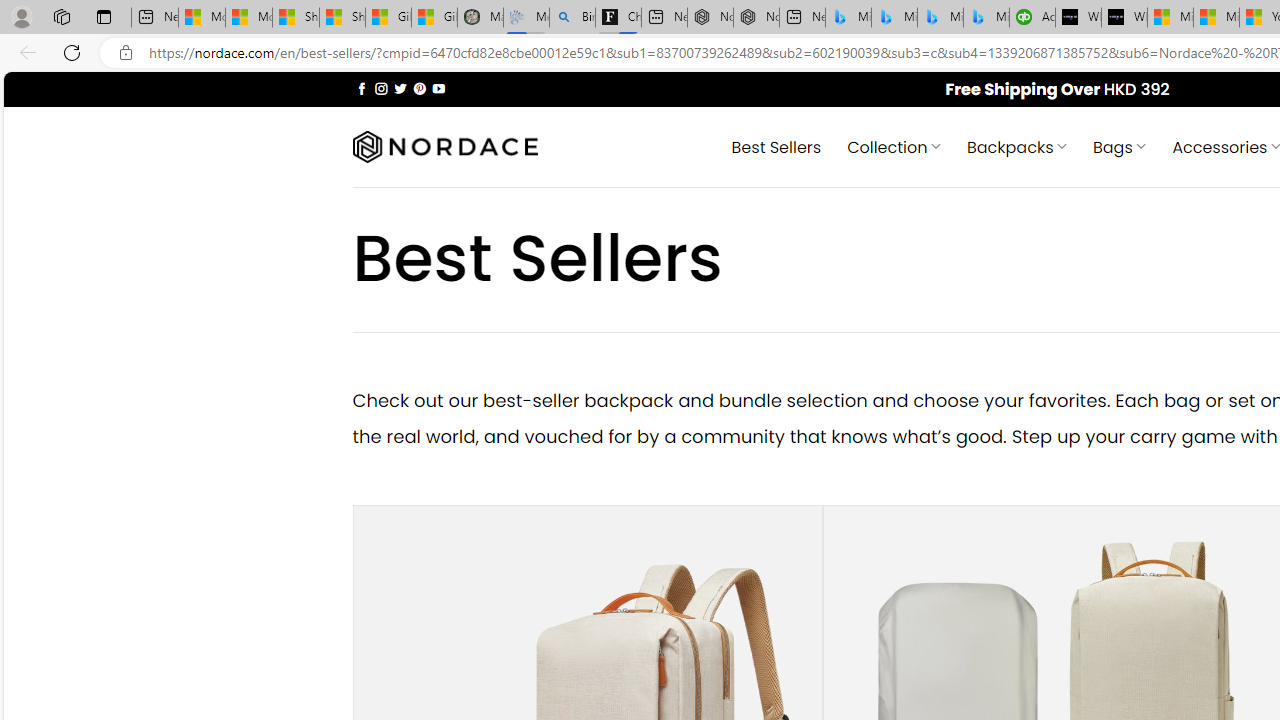 Image resolution: width=1280 pixels, height=720 pixels. What do you see at coordinates (617, 17) in the screenshot?
I see `'Chloe Sorvino'` at bounding box center [617, 17].